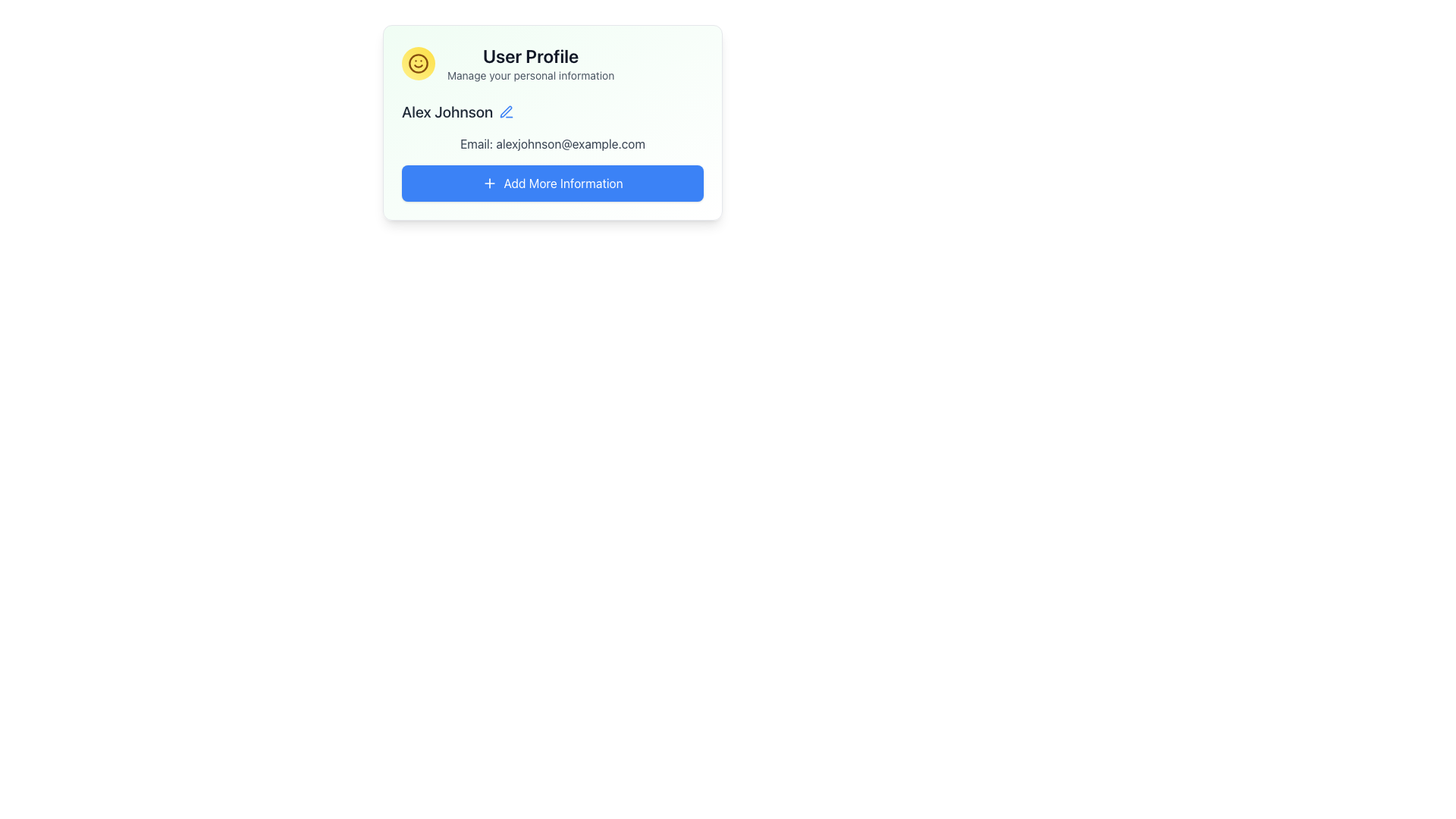 The width and height of the screenshot is (1456, 819). I want to click on the user profile icon located at the top-left corner of the user profile card, which features a circular shape with a gradient background from yellow to a lighter shade, so click(419, 63).